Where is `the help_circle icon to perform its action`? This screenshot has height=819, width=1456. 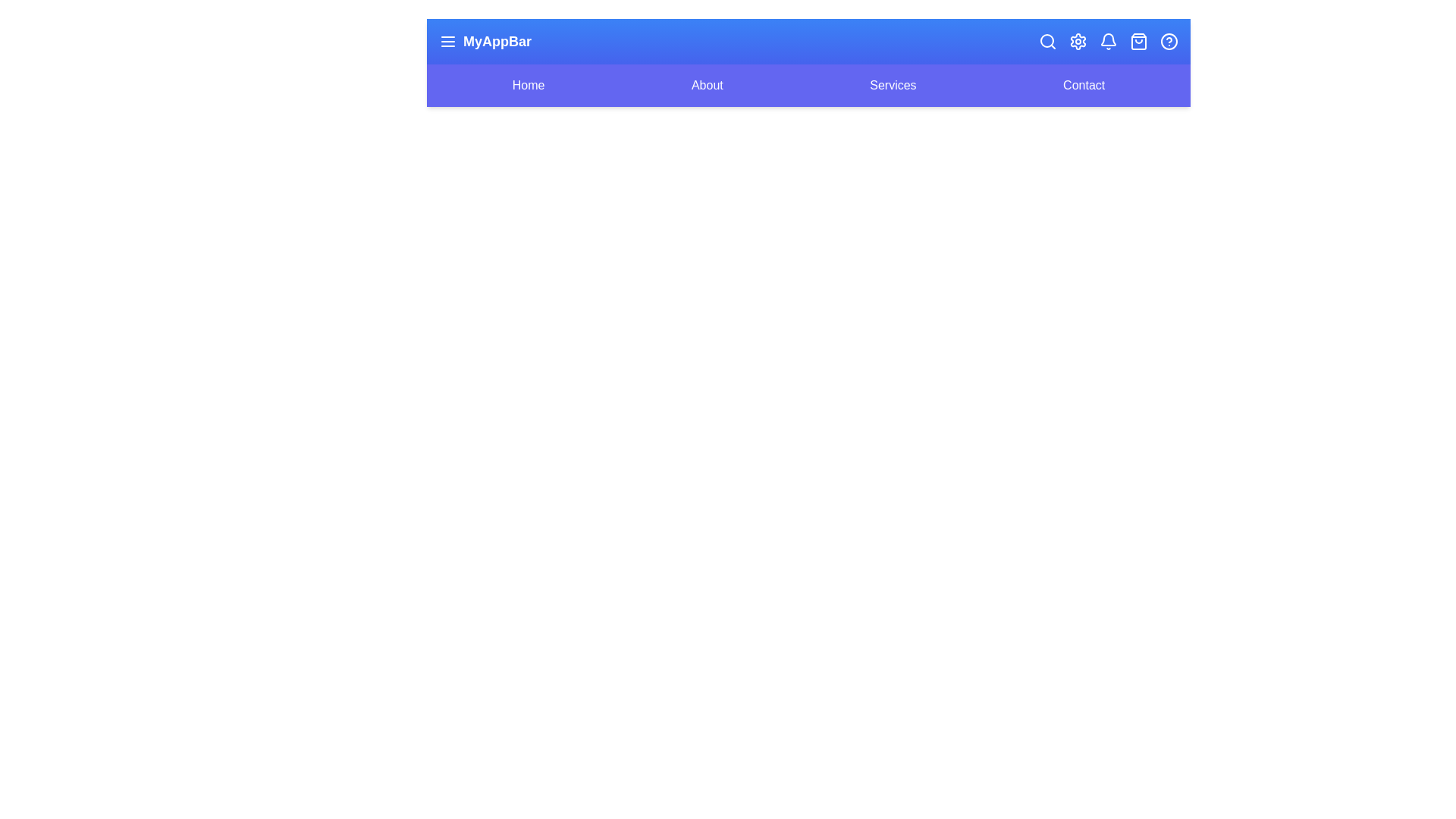
the help_circle icon to perform its action is located at coordinates (1168, 40).